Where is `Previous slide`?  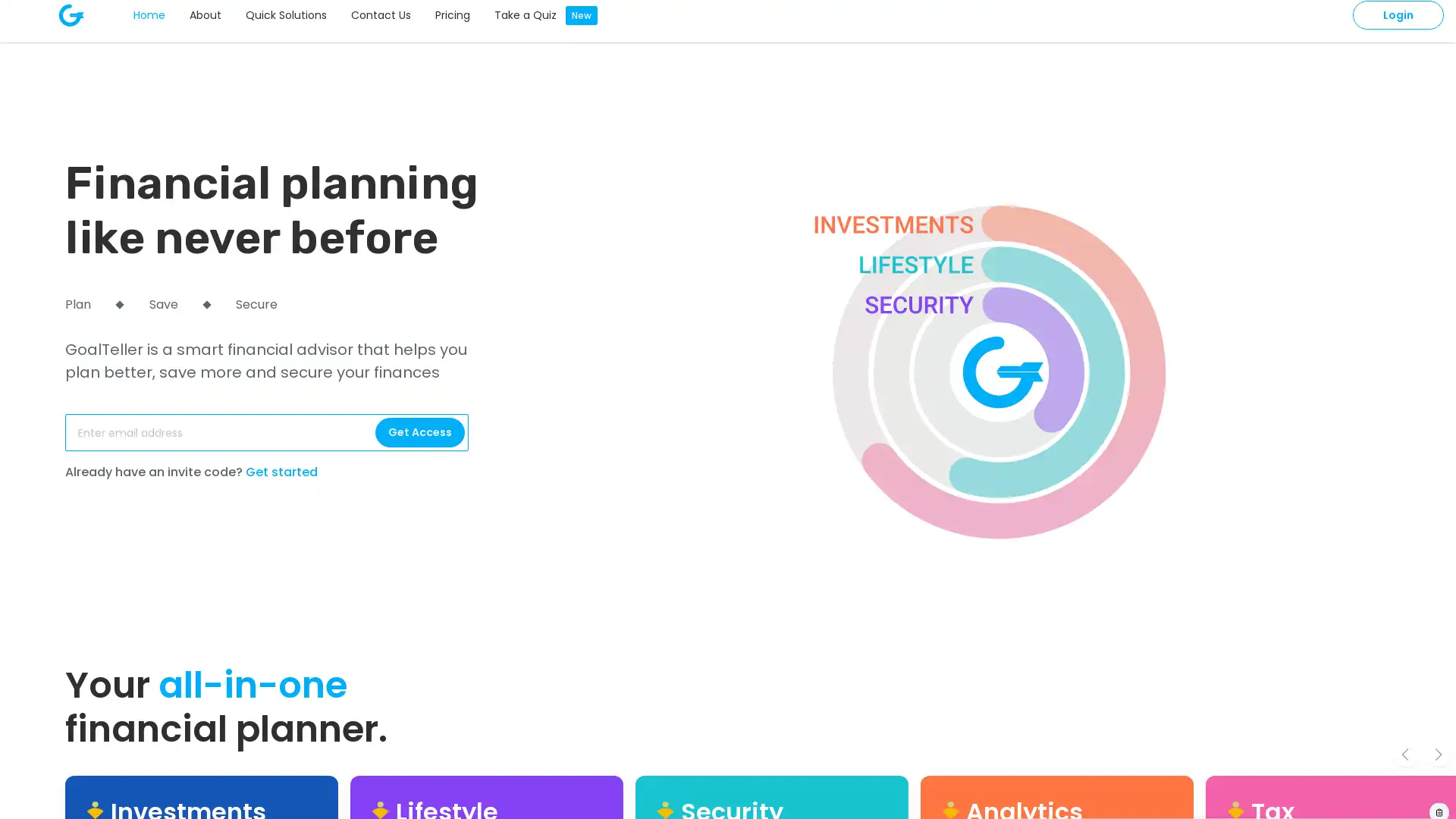 Previous slide is located at coordinates (1404, 754).